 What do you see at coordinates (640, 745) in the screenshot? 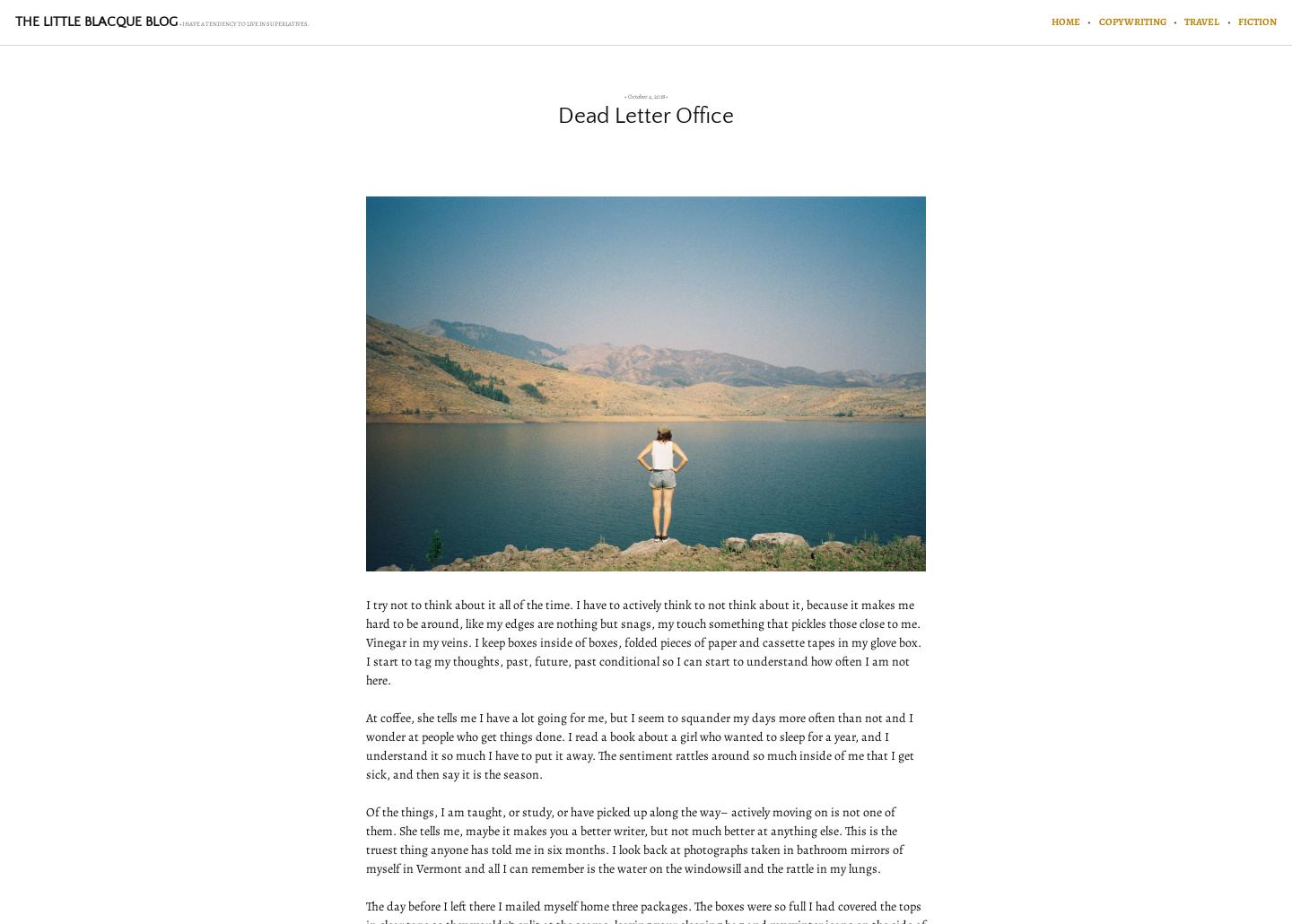
I see `'At coffee, she tells me I have a lot going for me, but I seem to squander my days more often than not and I wonder at people who get things done. I read a book about a girl who wanted to sleep for a year, and I understand it so much I have to put it away. The sentiment rattles around so much inside of me that I get sick, and then say it is the season.'` at bounding box center [640, 745].